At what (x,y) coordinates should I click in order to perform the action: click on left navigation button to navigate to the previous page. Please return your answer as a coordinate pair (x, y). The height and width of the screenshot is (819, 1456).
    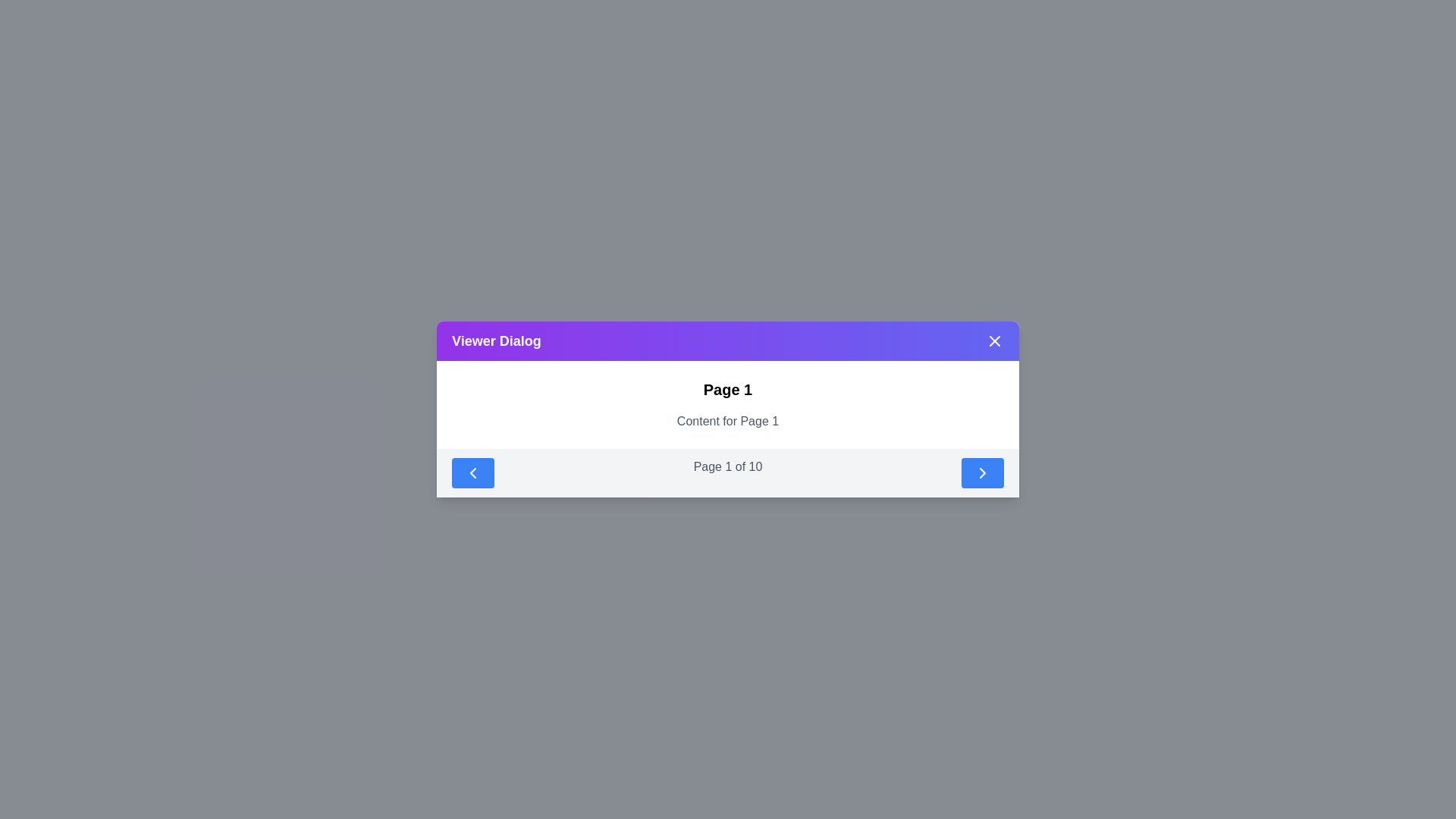
    Looking at the image, I should click on (472, 472).